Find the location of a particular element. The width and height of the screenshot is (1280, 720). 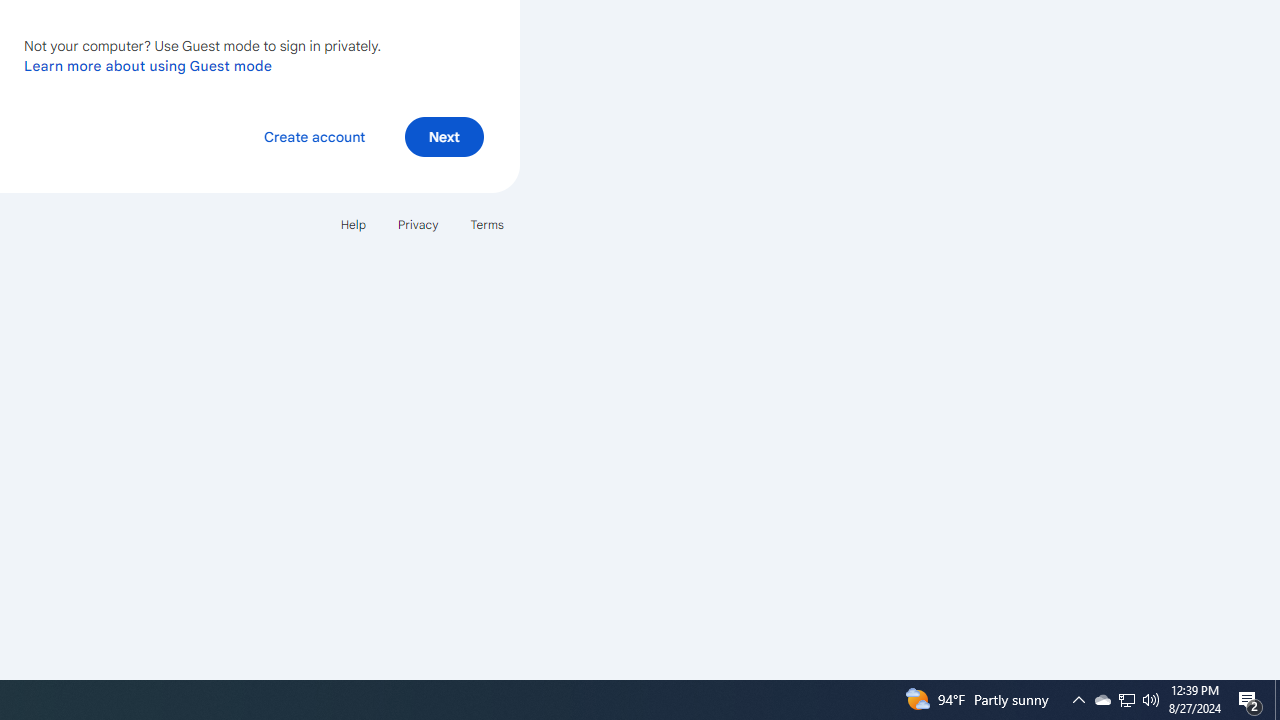

'Learn more about using Guest mode' is located at coordinates (147, 64).